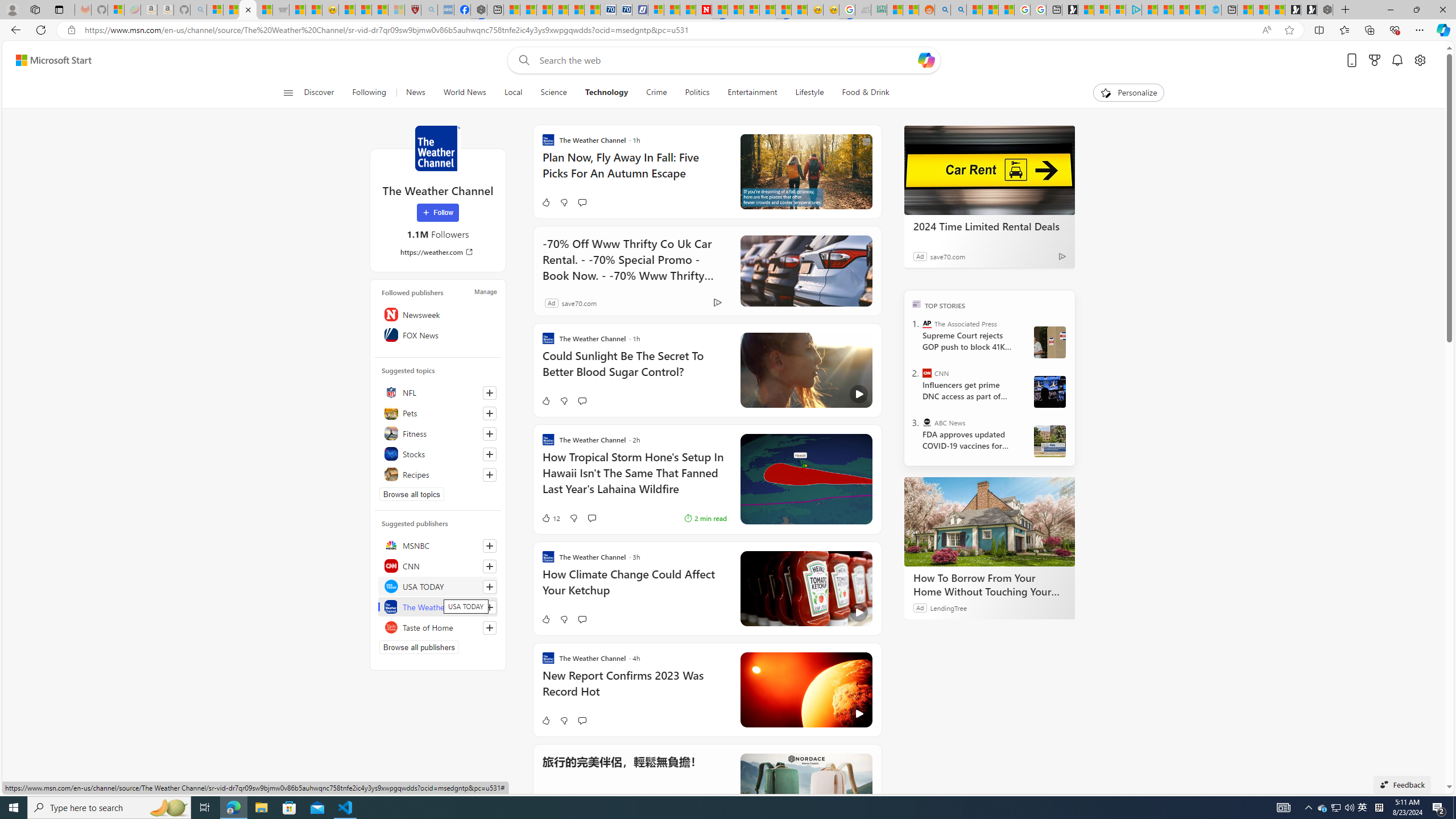 The width and height of the screenshot is (1456, 819). What do you see at coordinates (396, 9) in the screenshot?
I see `'12 Popular Science Lies that Must be Corrected - Sleeping'` at bounding box center [396, 9].